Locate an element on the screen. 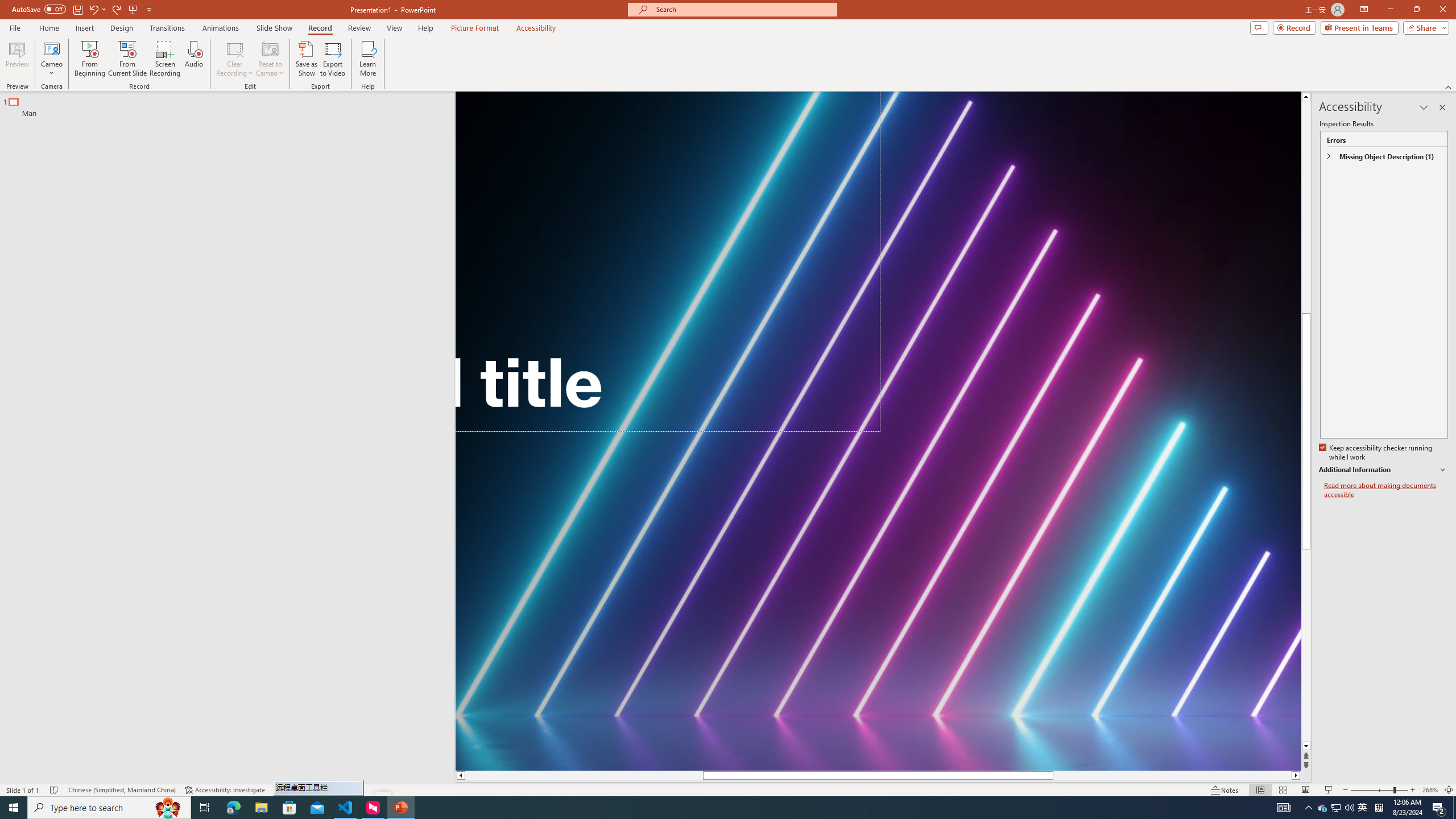  'Cameo' is located at coordinates (51, 48).